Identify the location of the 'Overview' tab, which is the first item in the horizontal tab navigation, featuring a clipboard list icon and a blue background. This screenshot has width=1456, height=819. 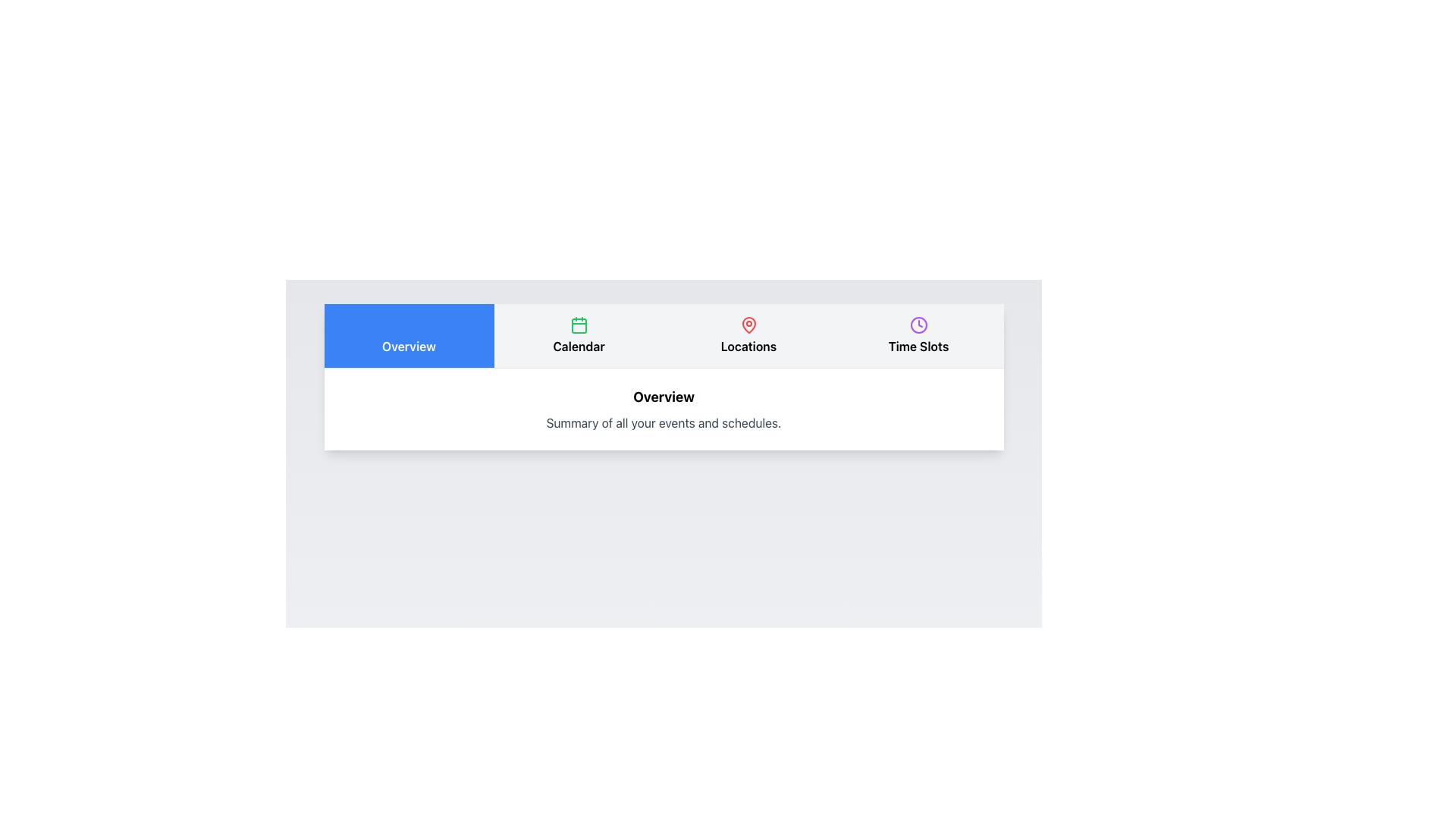
(409, 335).